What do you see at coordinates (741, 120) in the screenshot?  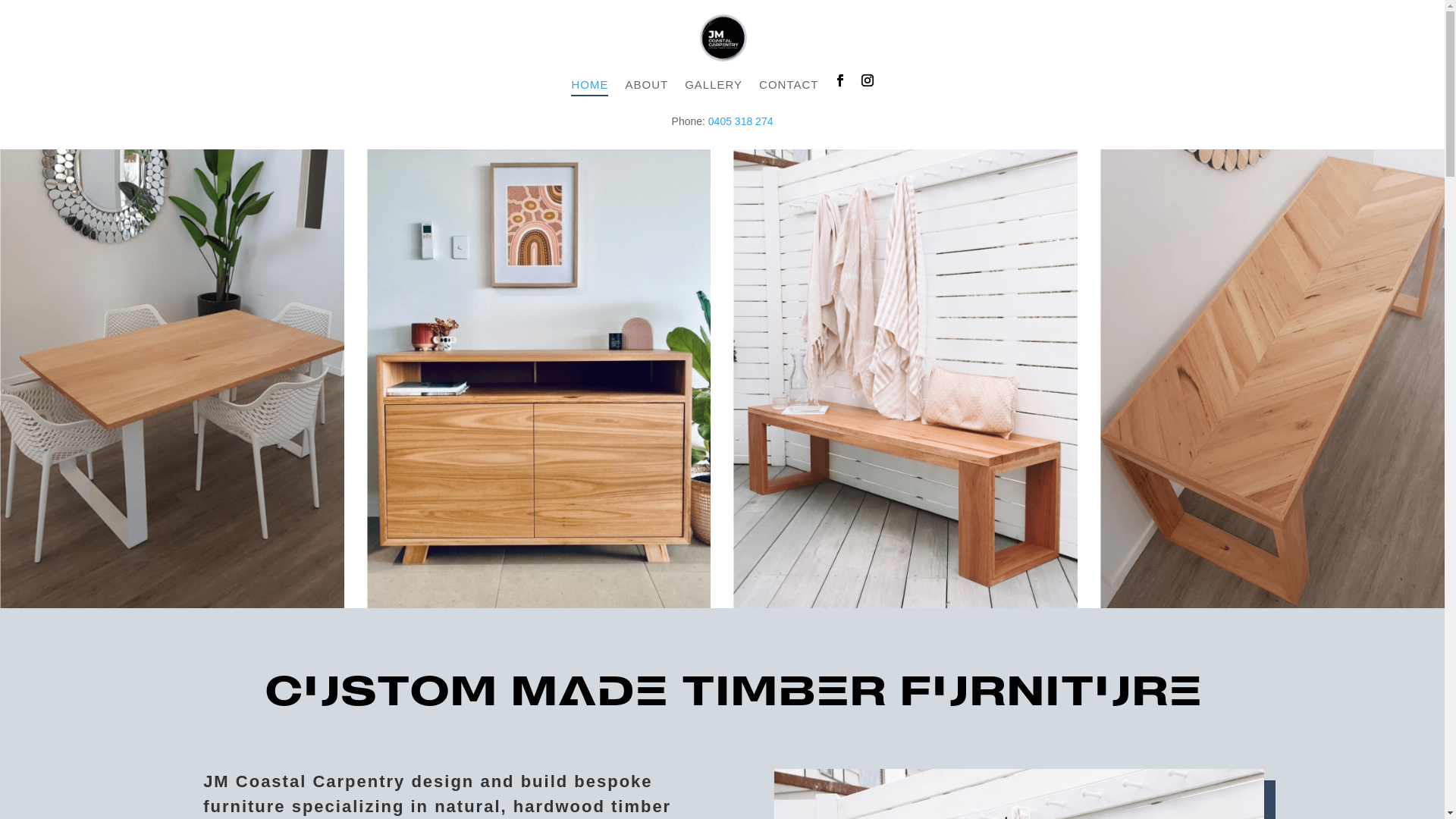 I see `'0405 318 274'` at bounding box center [741, 120].